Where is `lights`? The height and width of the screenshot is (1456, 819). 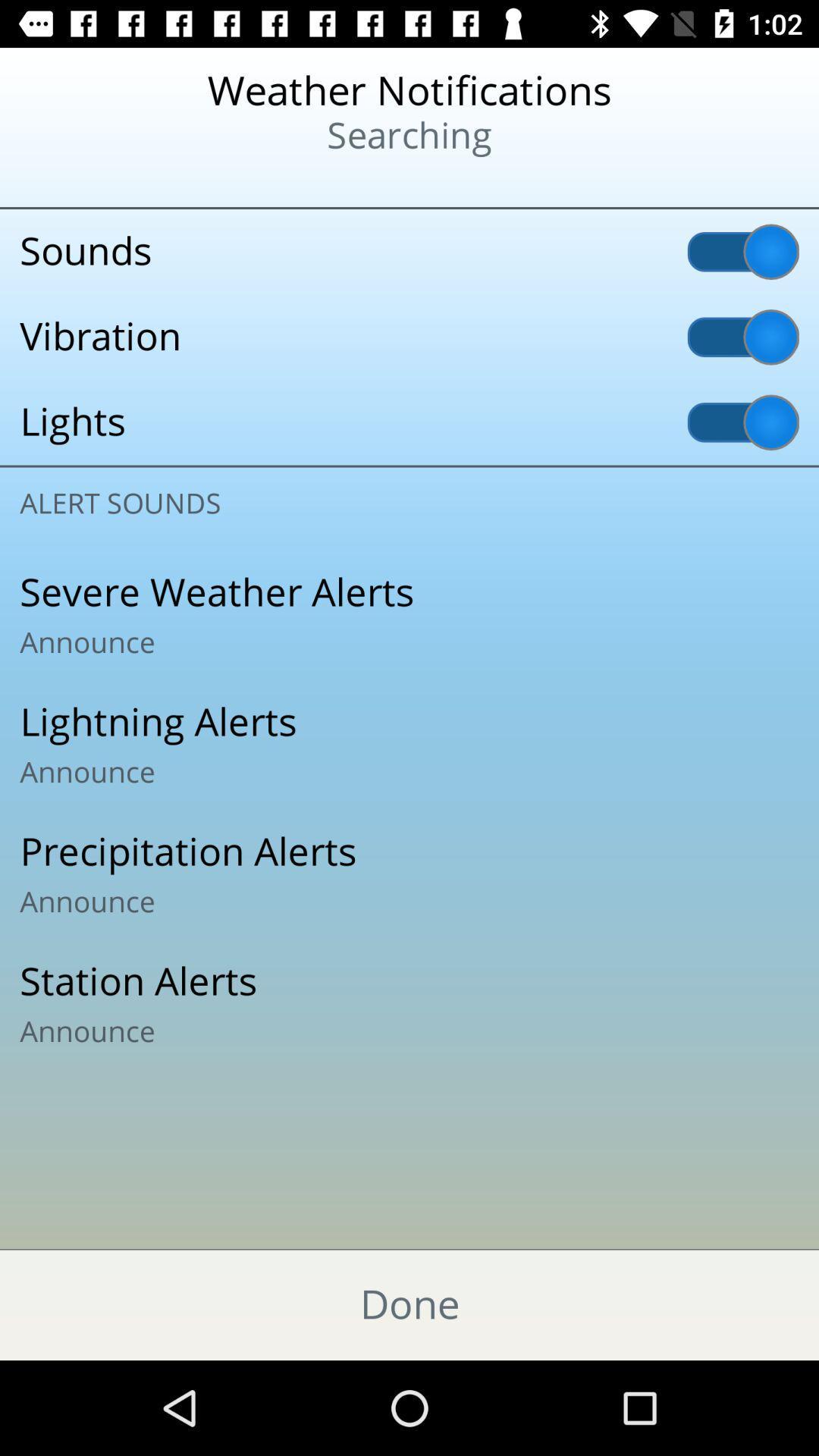
lights is located at coordinates (409, 422).